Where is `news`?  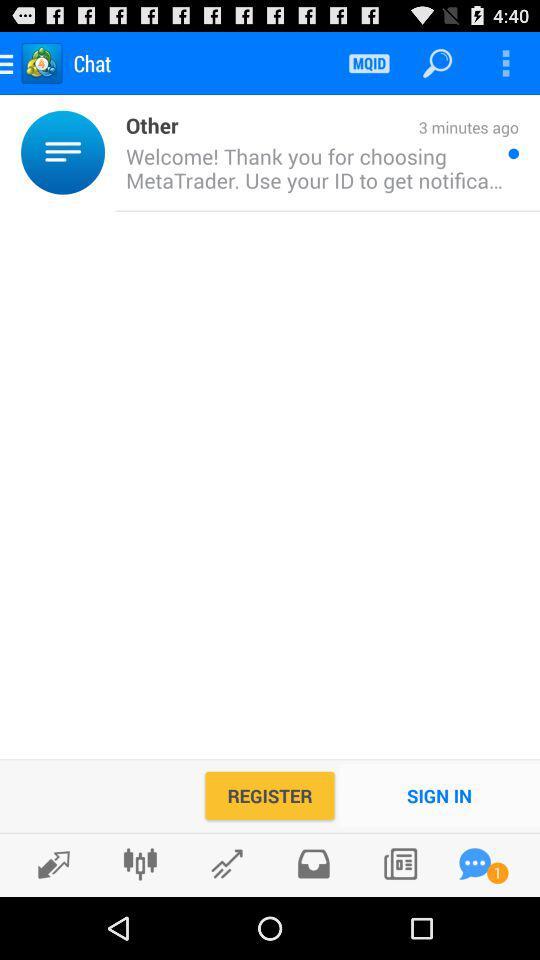 news is located at coordinates (400, 863).